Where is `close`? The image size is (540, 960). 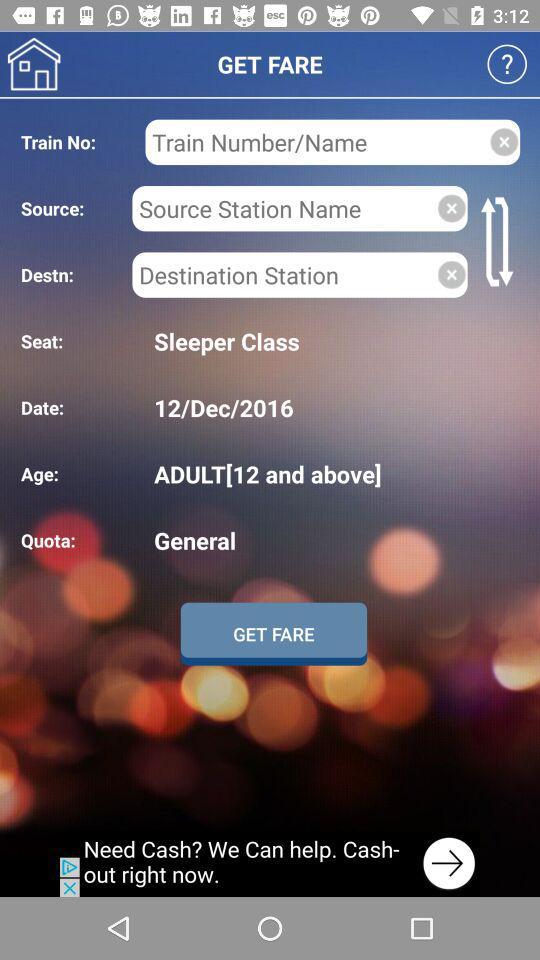 close is located at coordinates (503, 141).